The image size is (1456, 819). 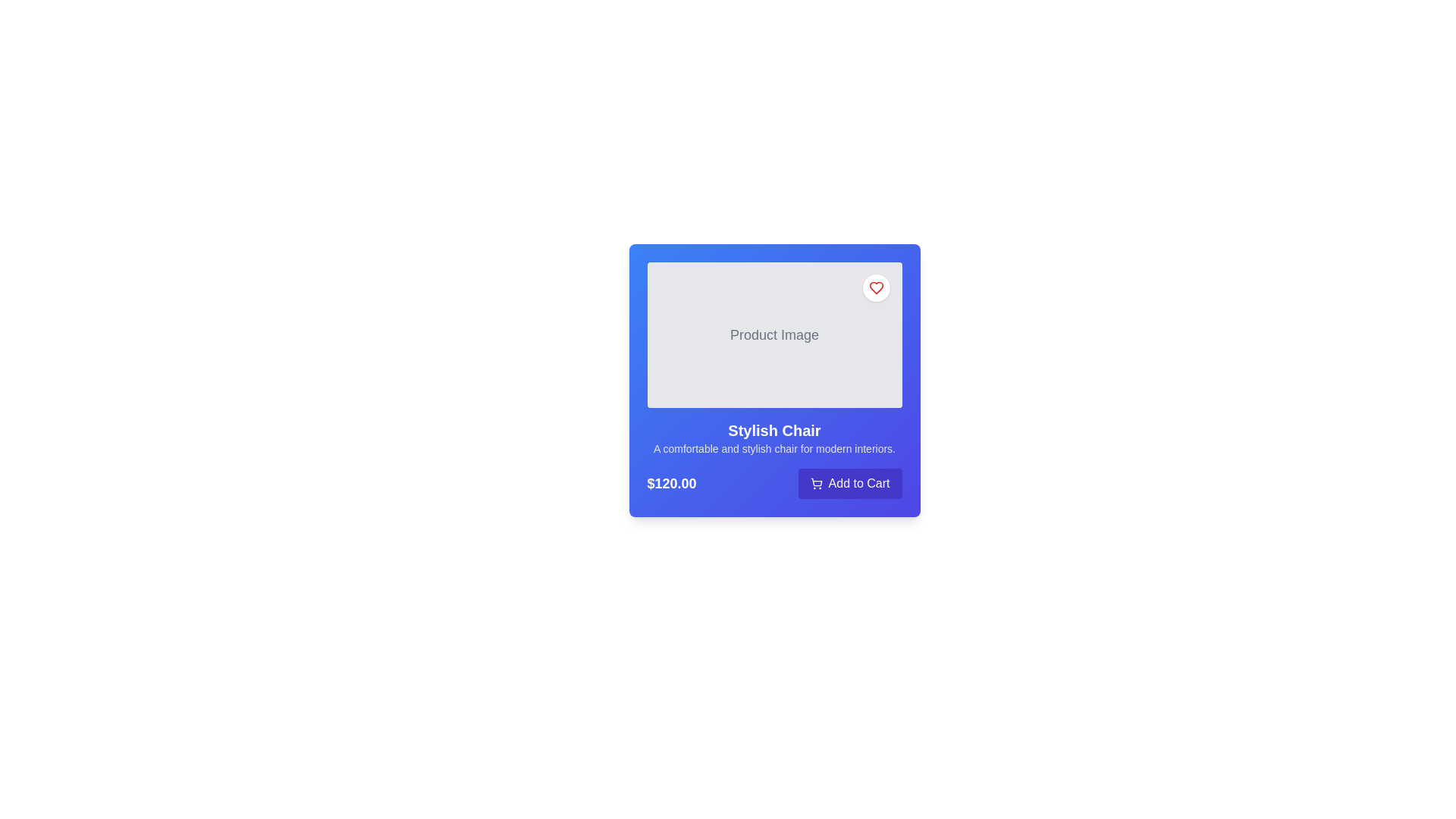 What do you see at coordinates (774, 334) in the screenshot?
I see `the static text label that serves as a descriptive label for the product image area, located in the upper-middle segment of the card's layout` at bounding box center [774, 334].